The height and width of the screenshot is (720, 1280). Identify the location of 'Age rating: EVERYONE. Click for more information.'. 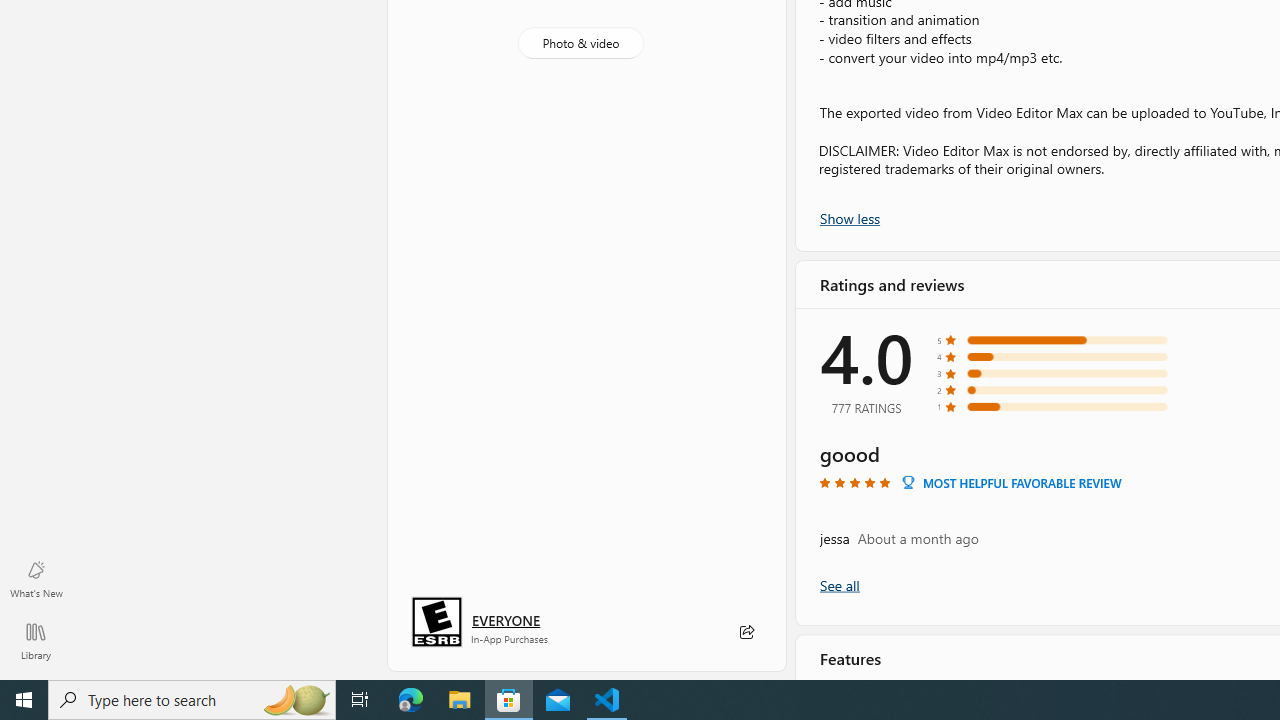
(506, 618).